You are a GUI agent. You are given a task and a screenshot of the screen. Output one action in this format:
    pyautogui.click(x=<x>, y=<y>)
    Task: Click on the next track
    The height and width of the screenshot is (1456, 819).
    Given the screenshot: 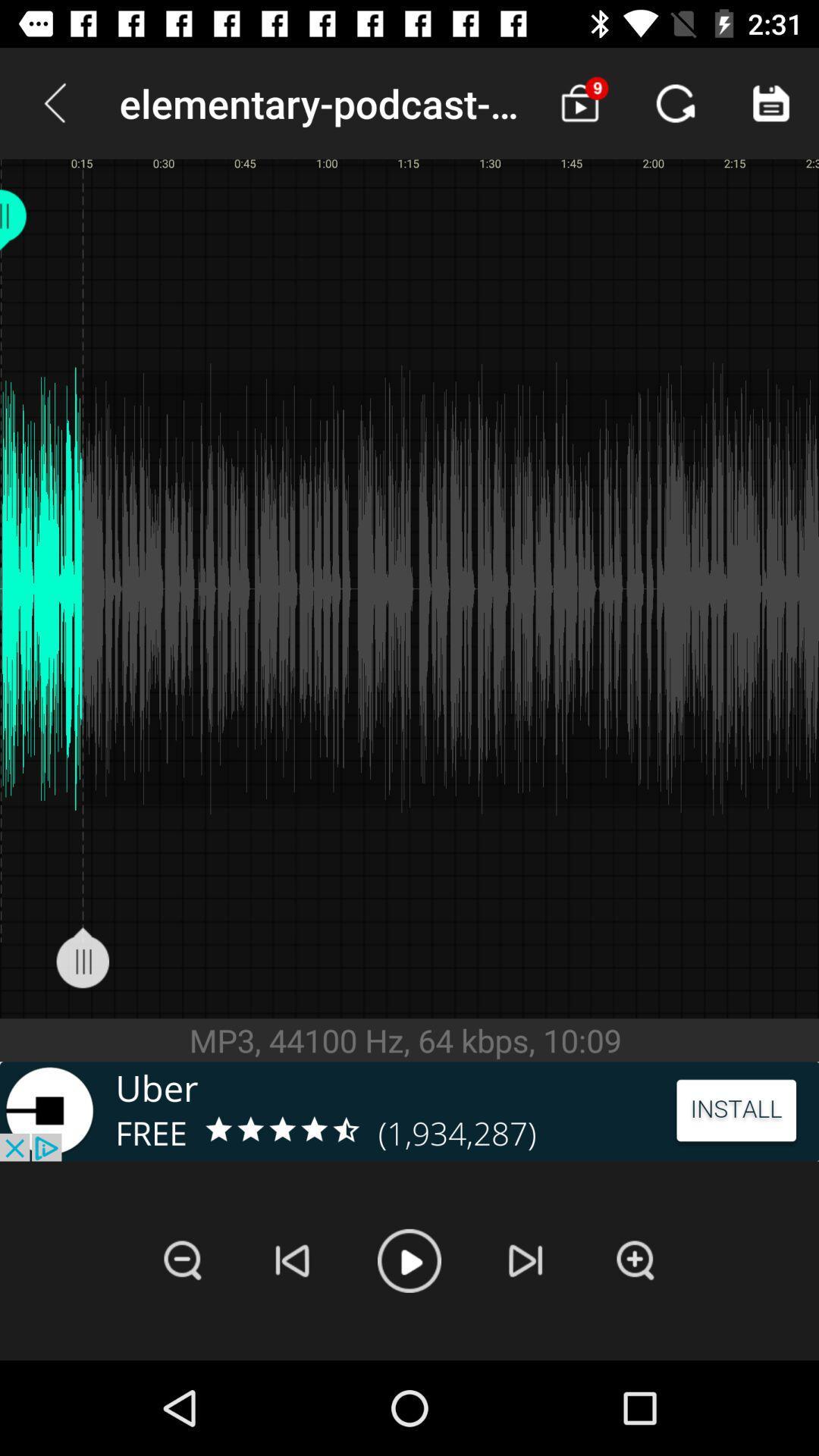 What is the action you would take?
    pyautogui.click(x=525, y=1260)
    